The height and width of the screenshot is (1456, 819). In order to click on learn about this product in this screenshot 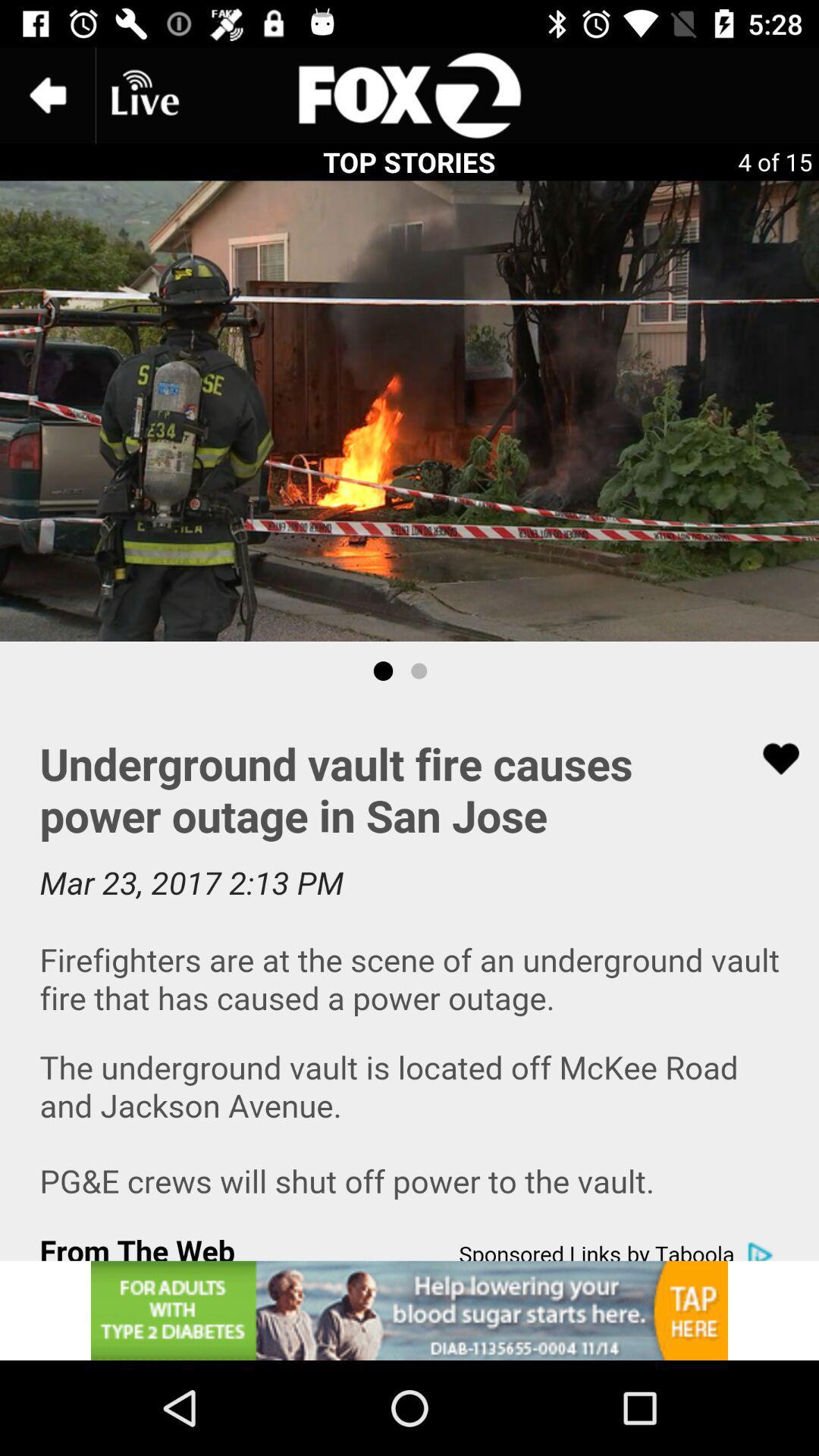, I will do `click(409, 1310)`.